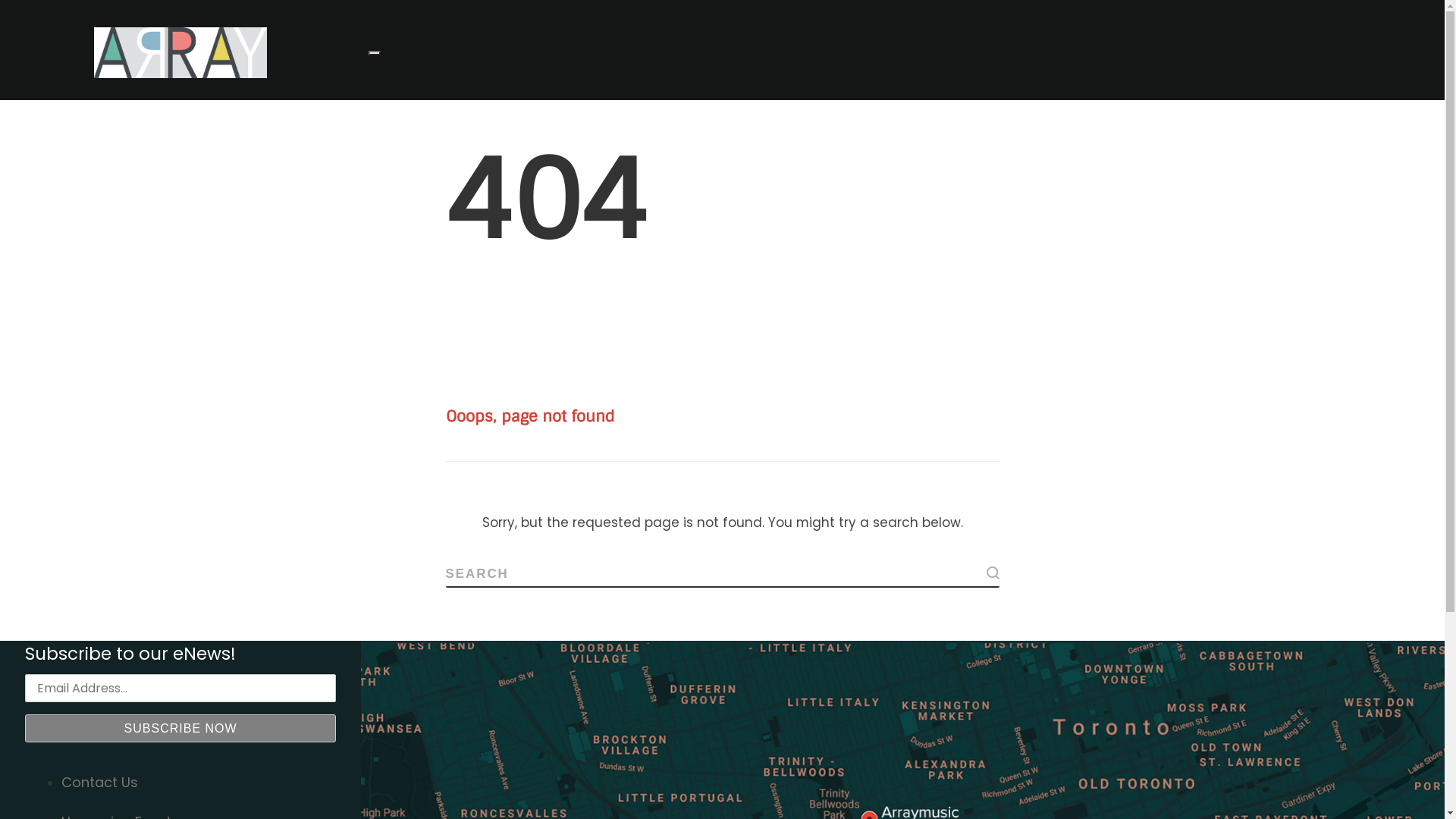 This screenshot has height=819, width=1456. Describe the element at coordinates (99, 782) in the screenshot. I see `'Contact Us'` at that location.